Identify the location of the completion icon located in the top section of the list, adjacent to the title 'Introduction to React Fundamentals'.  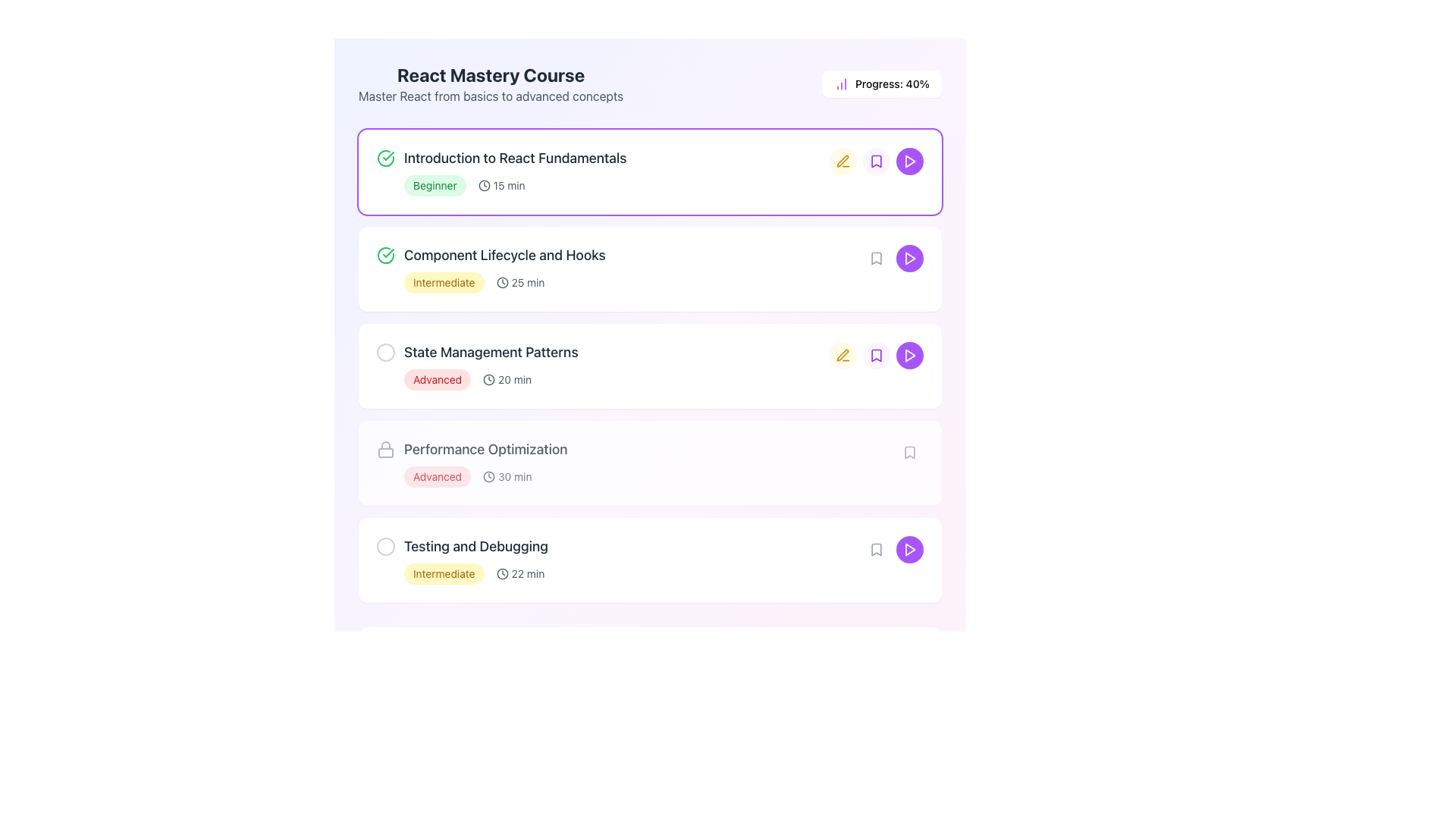
(385, 254).